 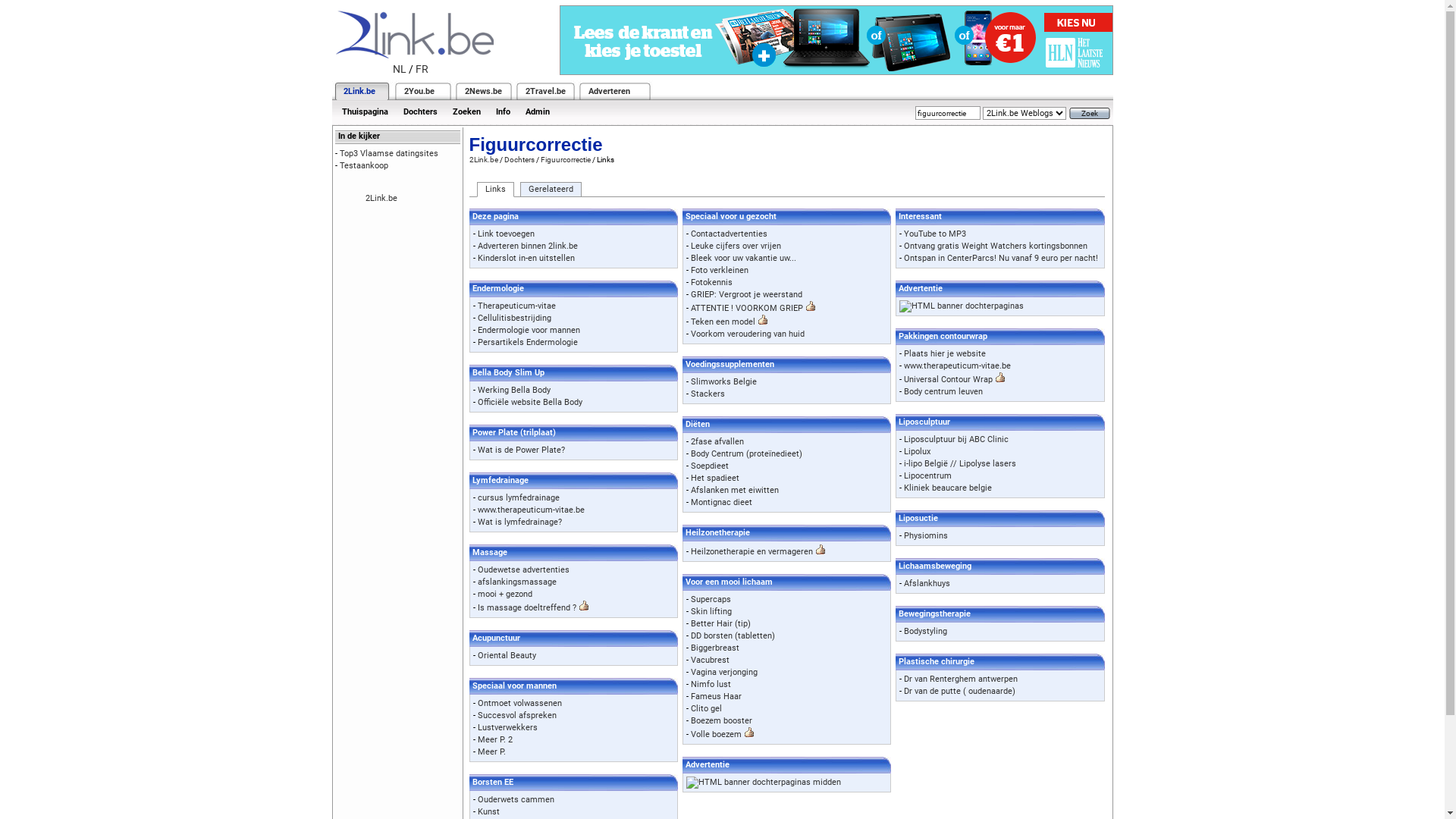 I want to click on 'Liposculptuur bij ABC Clinic', so click(x=903, y=439).